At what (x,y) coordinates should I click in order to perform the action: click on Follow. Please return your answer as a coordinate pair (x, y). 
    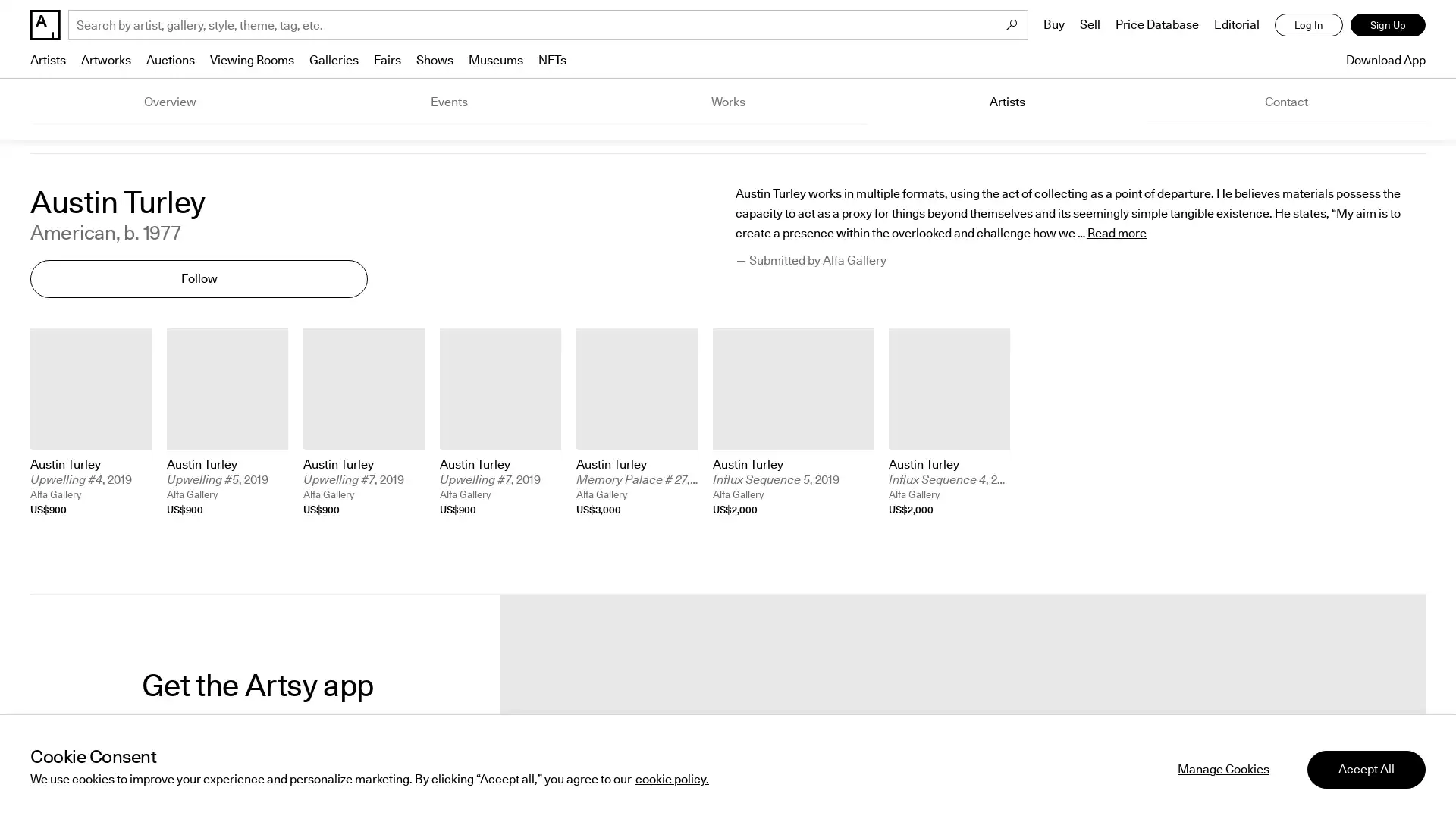
    Looking at the image, I should click on (198, 278).